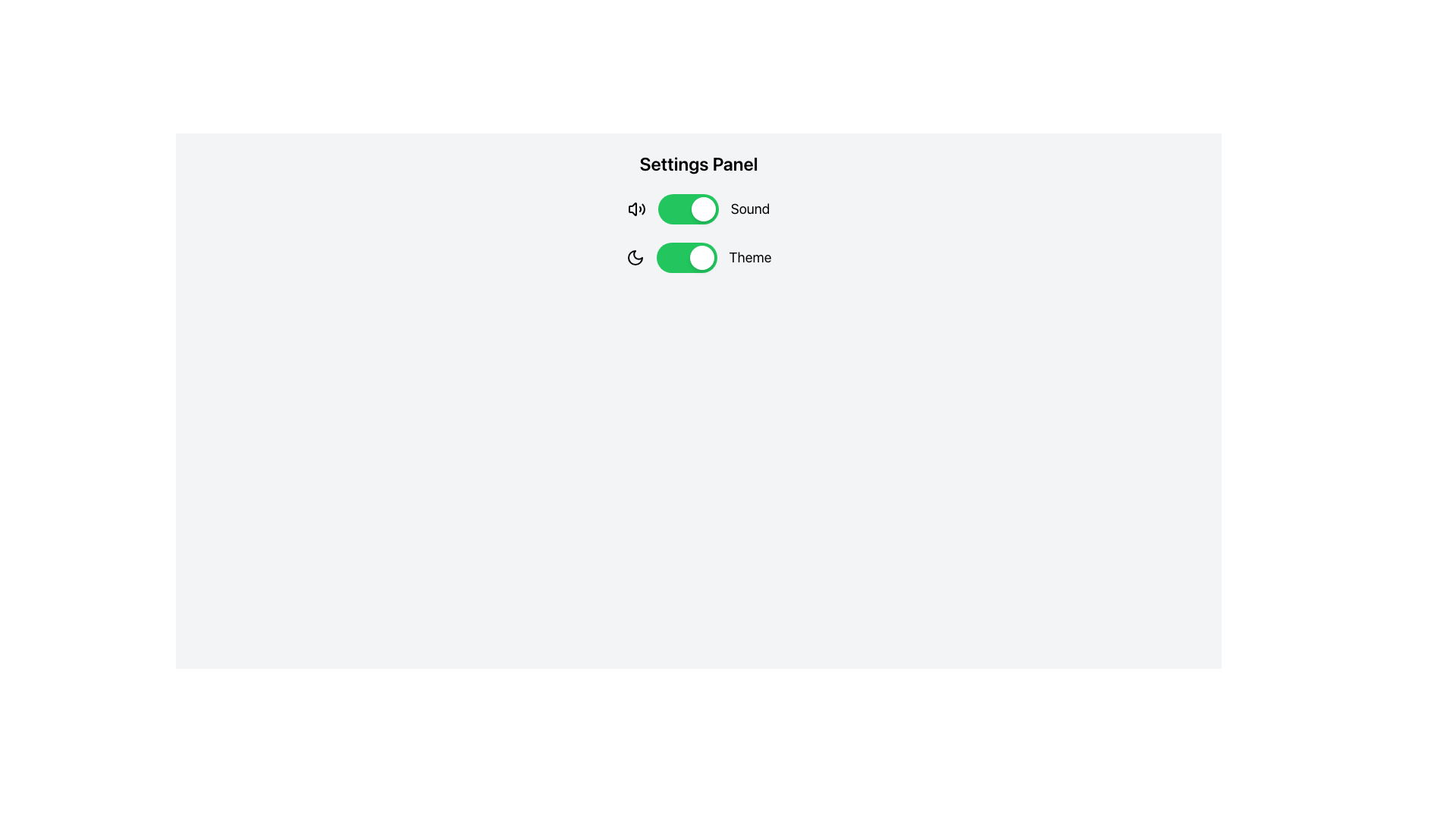 Image resolution: width=1456 pixels, height=819 pixels. I want to click on the night mode icon, so click(635, 256).